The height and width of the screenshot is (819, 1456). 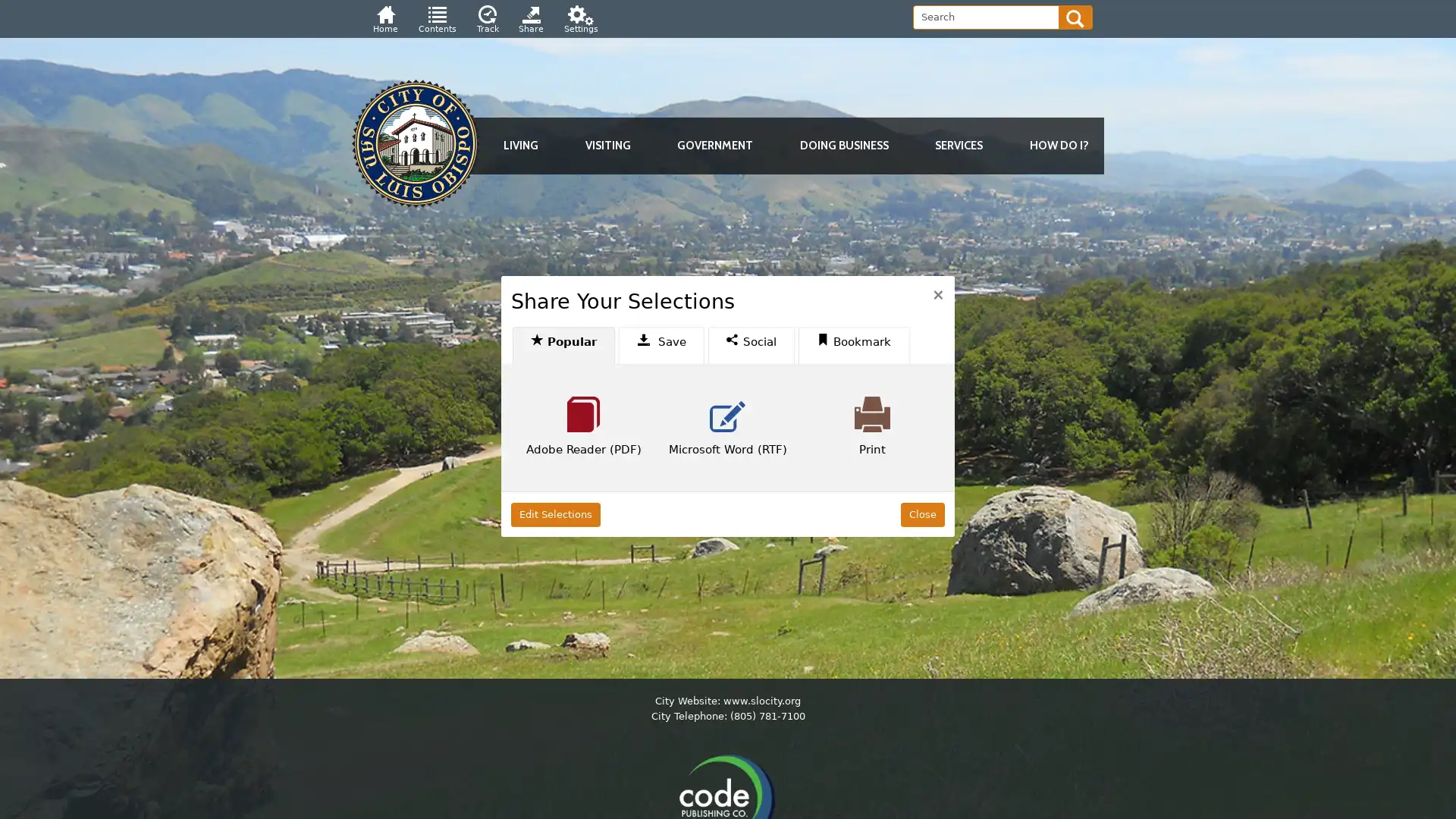 What do you see at coordinates (921, 513) in the screenshot?
I see `Close` at bounding box center [921, 513].